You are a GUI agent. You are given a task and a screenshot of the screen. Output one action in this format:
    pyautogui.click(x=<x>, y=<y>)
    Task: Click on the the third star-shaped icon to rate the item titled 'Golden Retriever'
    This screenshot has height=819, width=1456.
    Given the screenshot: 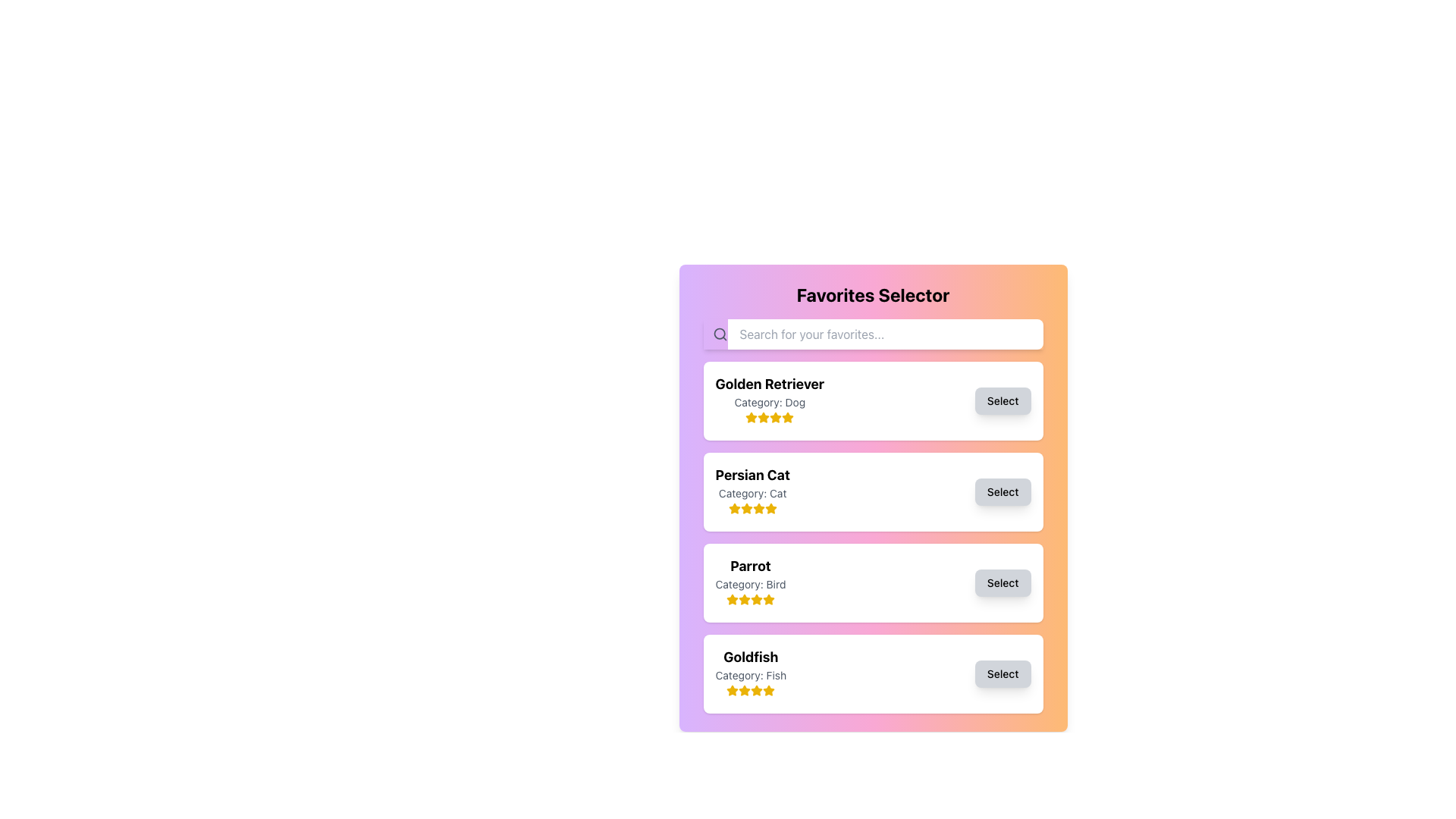 What is the action you would take?
    pyautogui.click(x=788, y=417)
    